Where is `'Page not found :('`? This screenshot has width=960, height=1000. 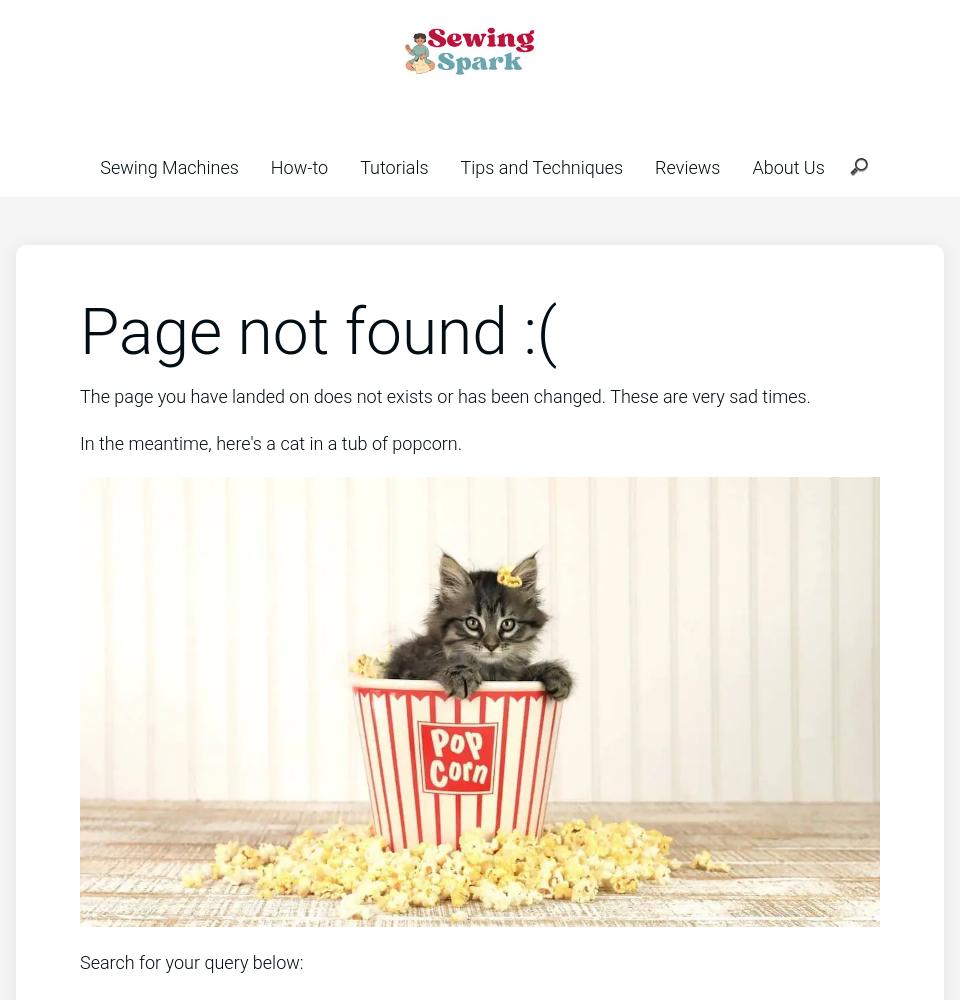
'Page not found :(' is located at coordinates (79, 331).